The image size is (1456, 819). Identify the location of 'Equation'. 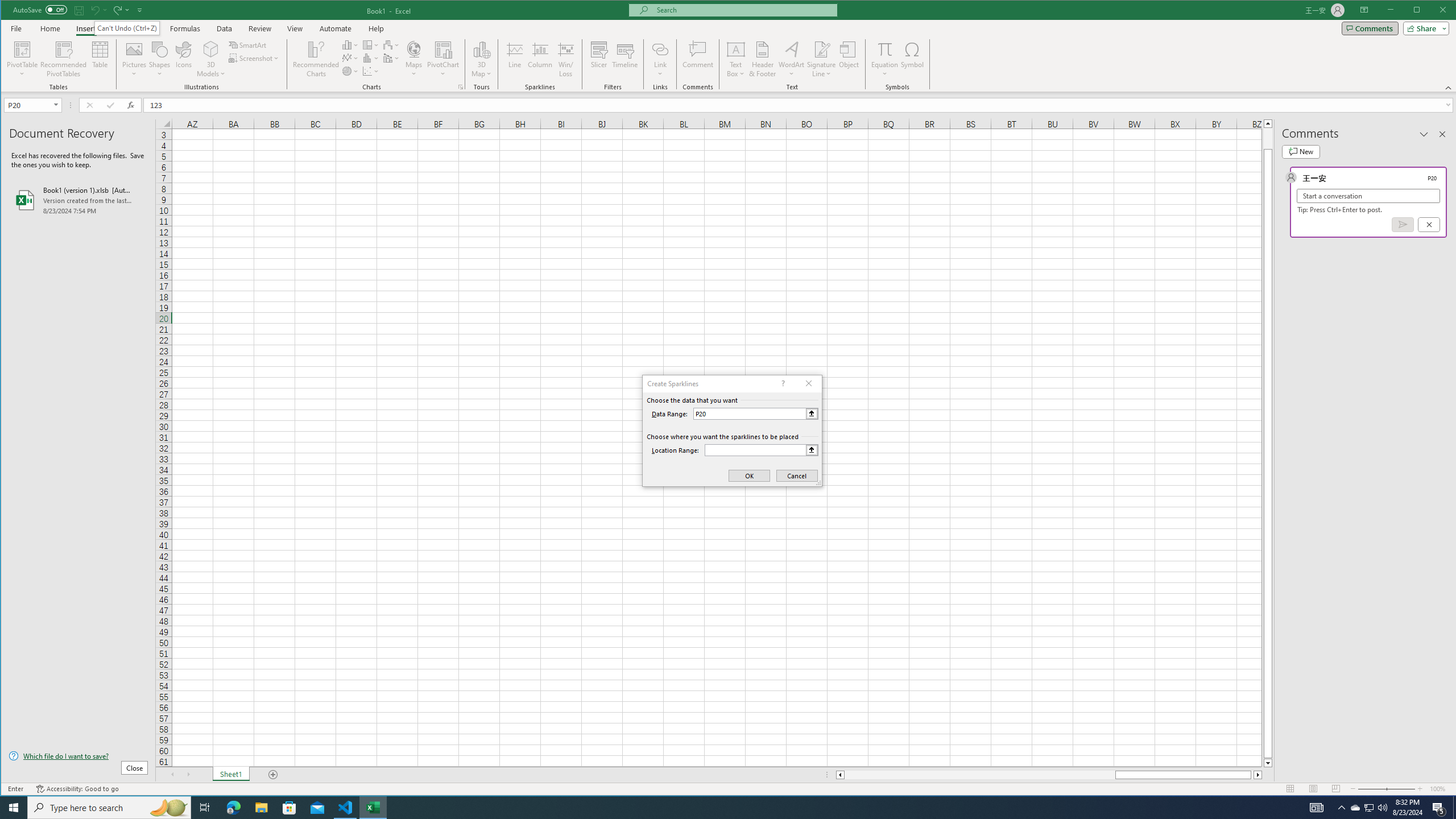
(885, 48).